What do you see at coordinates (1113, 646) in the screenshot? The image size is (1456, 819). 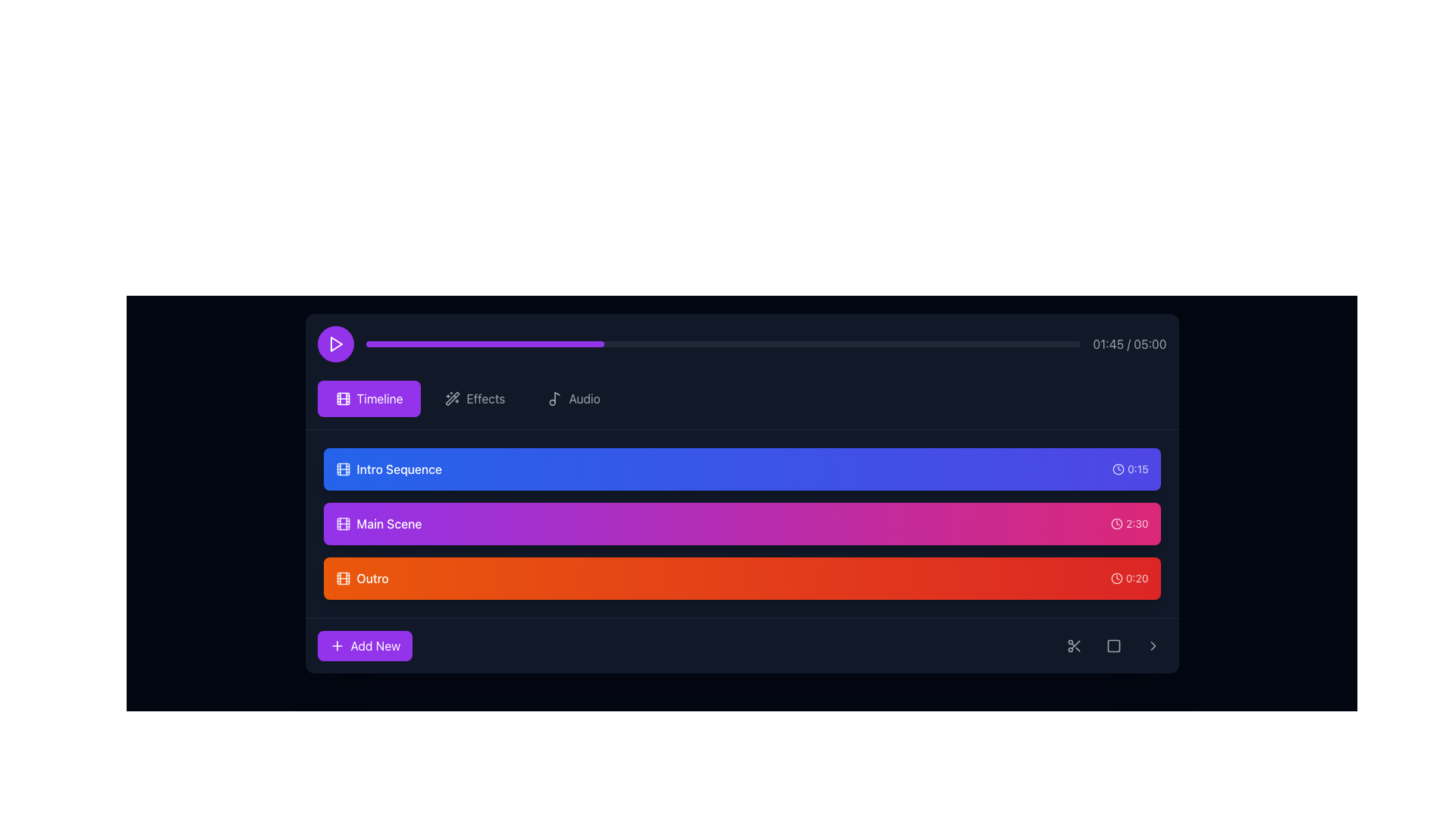 I see `the small square icon` at bounding box center [1113, 646].